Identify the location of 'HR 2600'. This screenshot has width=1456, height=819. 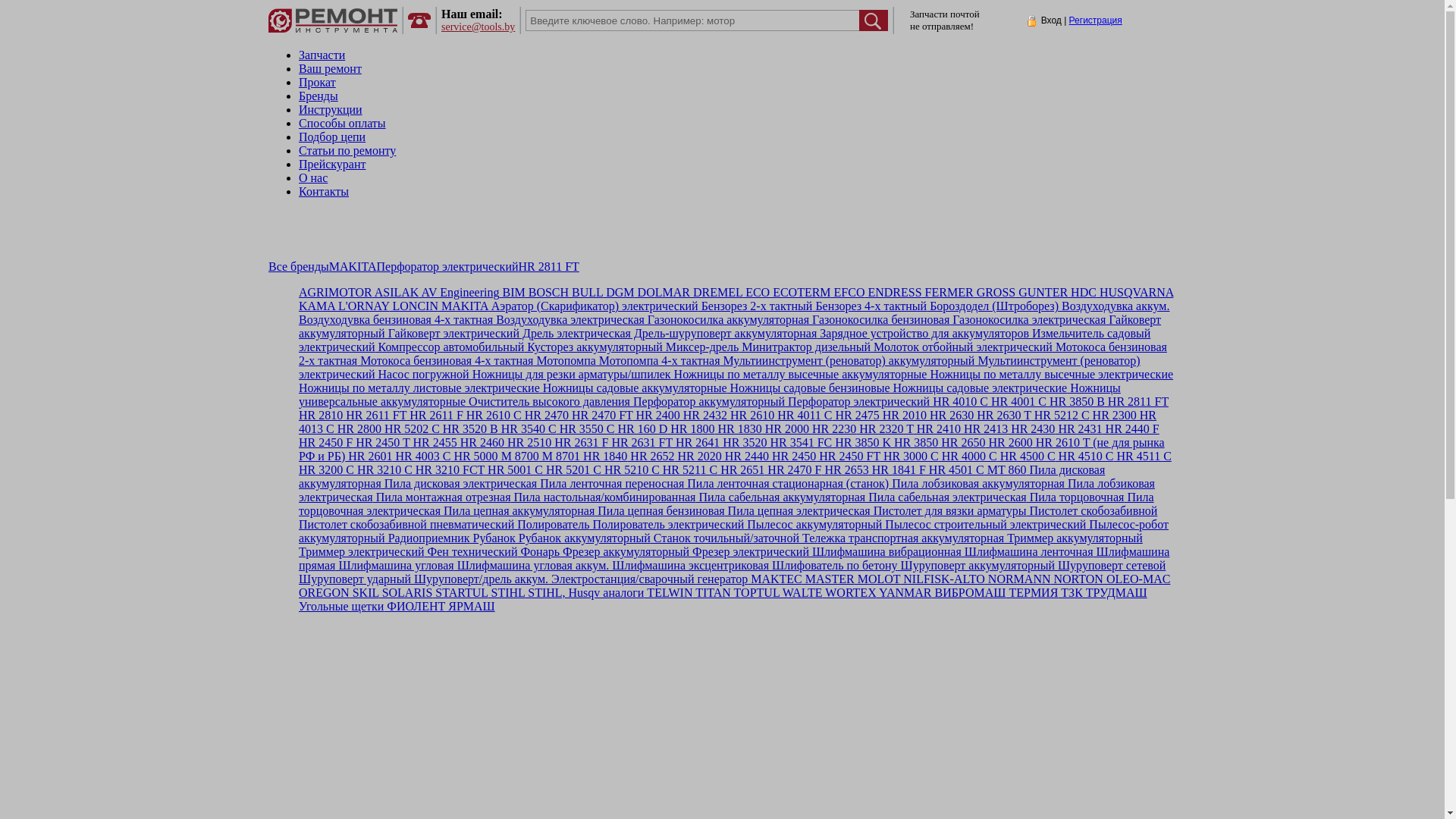
(1009, 442).